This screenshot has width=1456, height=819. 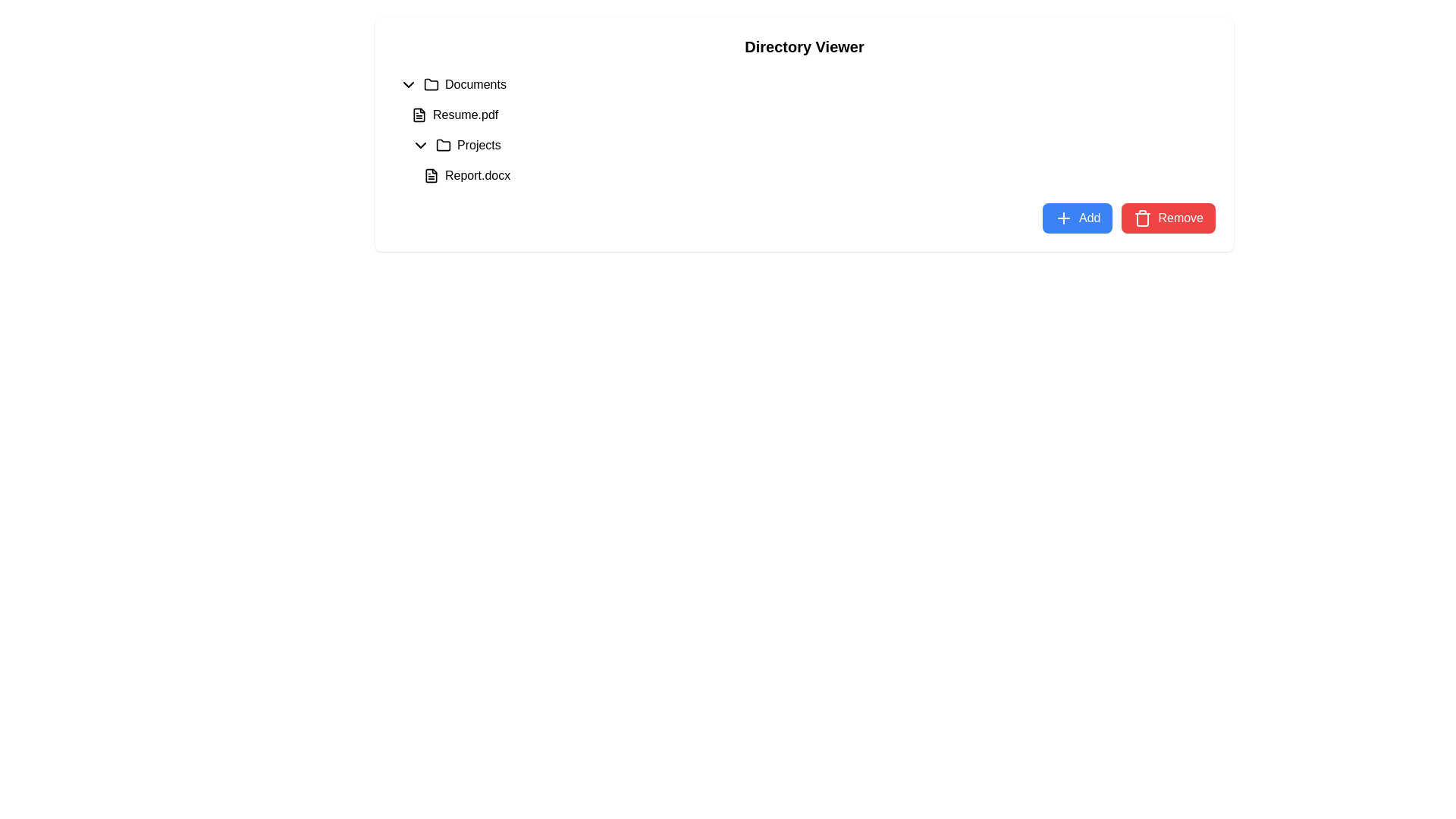 I want to click on the folder icon located to the right of the arrow icon and before the text label in the 'Documents' section, so click(x=431, y=84).